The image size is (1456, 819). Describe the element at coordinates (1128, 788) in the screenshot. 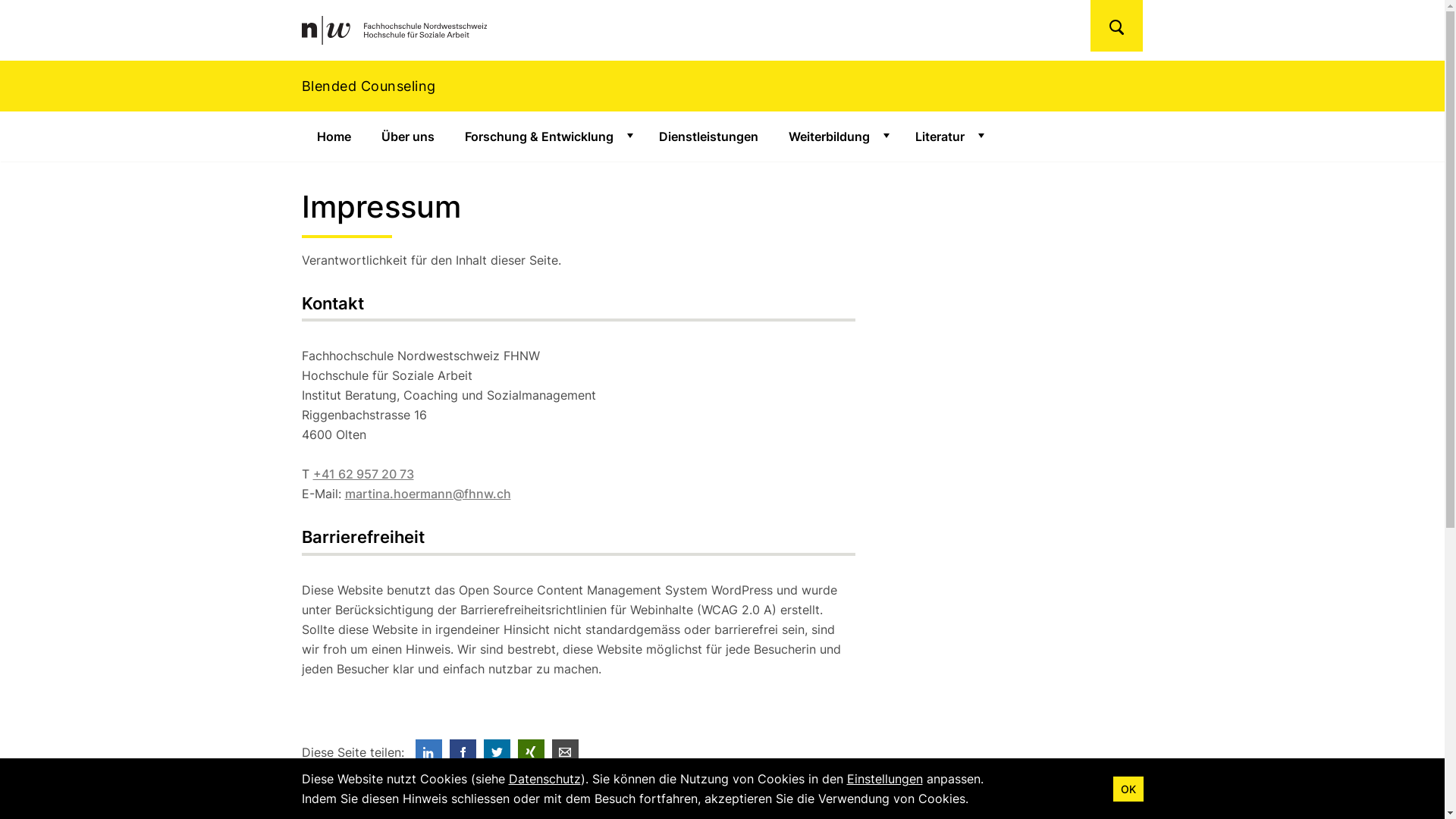

I see `'OK'` at that location.